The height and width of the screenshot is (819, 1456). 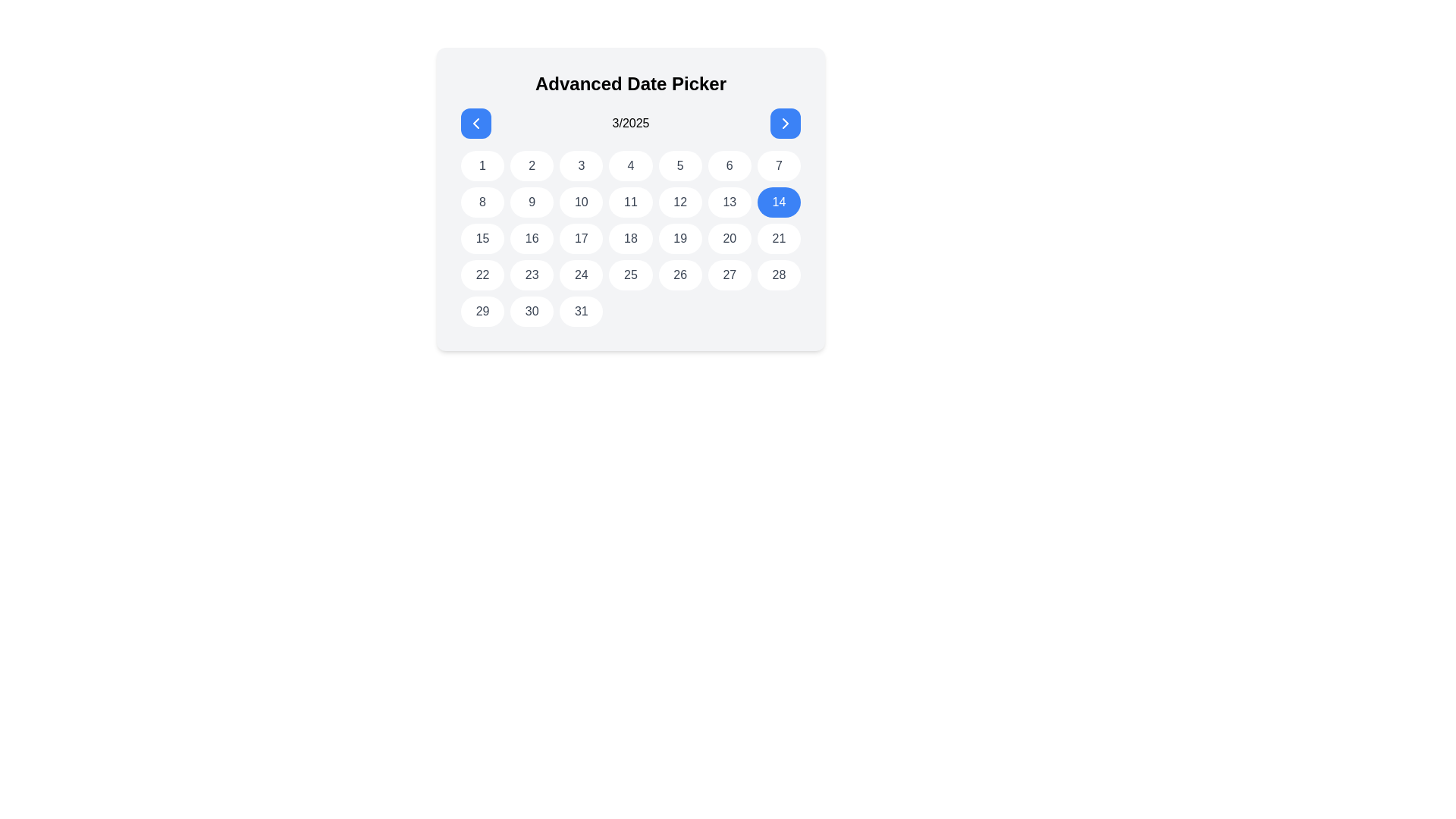 What do you see at coordinates (482, 239) in the screenshot?
I see `the day selector button for the 15th day in the calendar component, located in the third row and first column of the grid layout` at bounding box center [482, 239].